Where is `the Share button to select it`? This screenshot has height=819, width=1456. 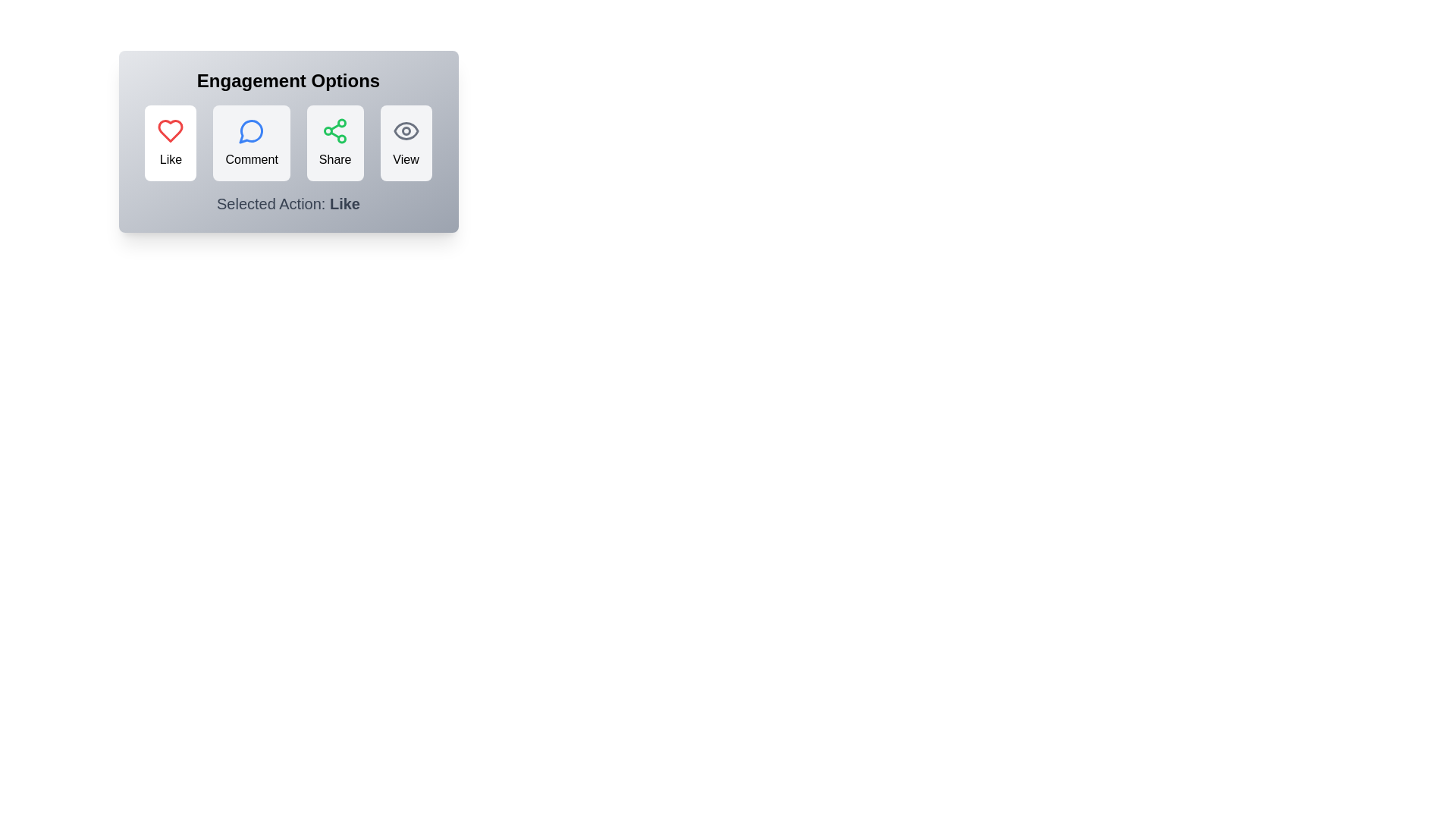
the Share button to select it is located at coordinates (334, 143).